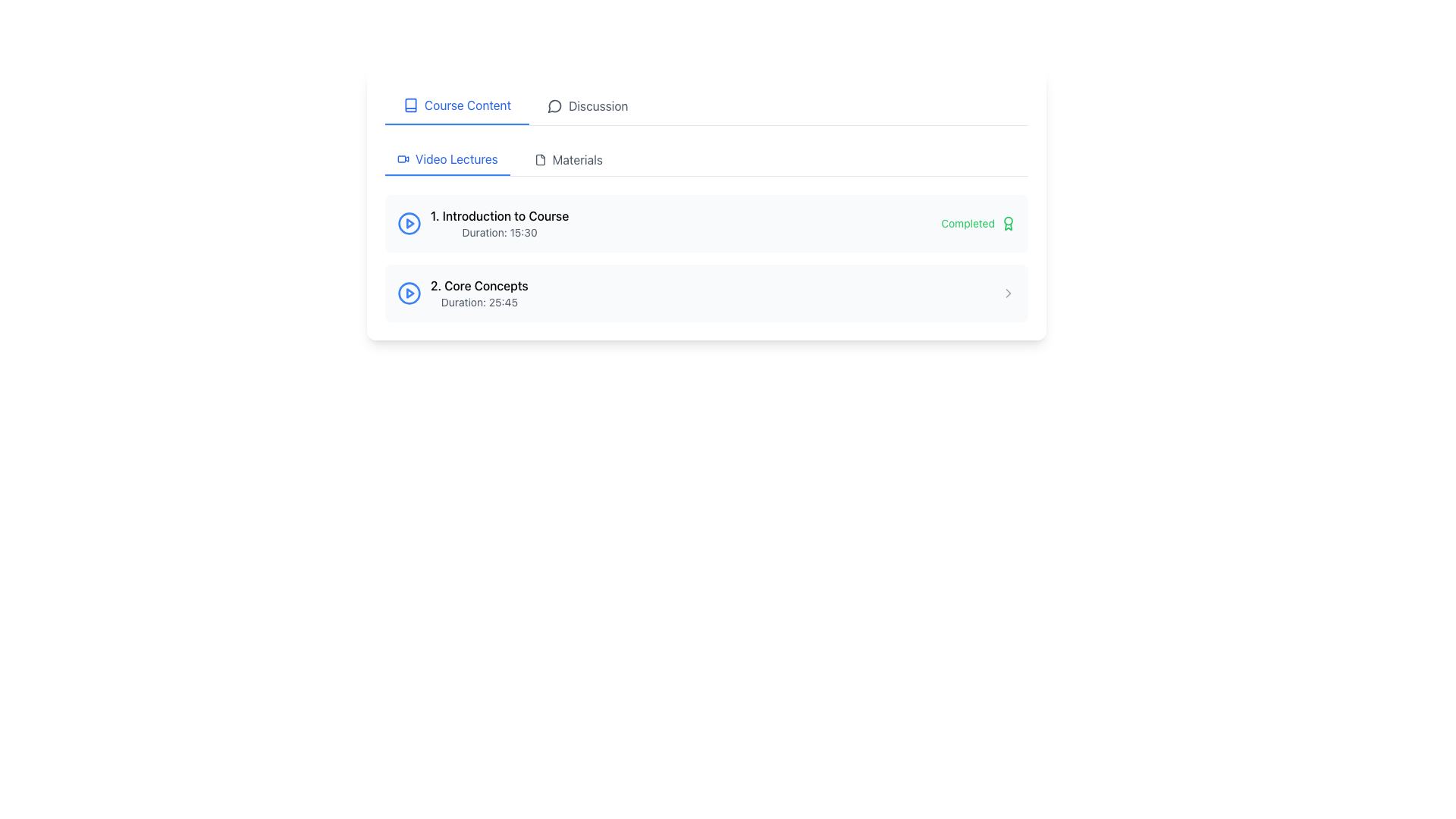 This screenshot has height=819, width=1456. I want to click on the text label displaying the duration of the video lecture titled '2. Core Concepts', which is positioned directly underneath the title and aligns left with it, so click(479, 302).